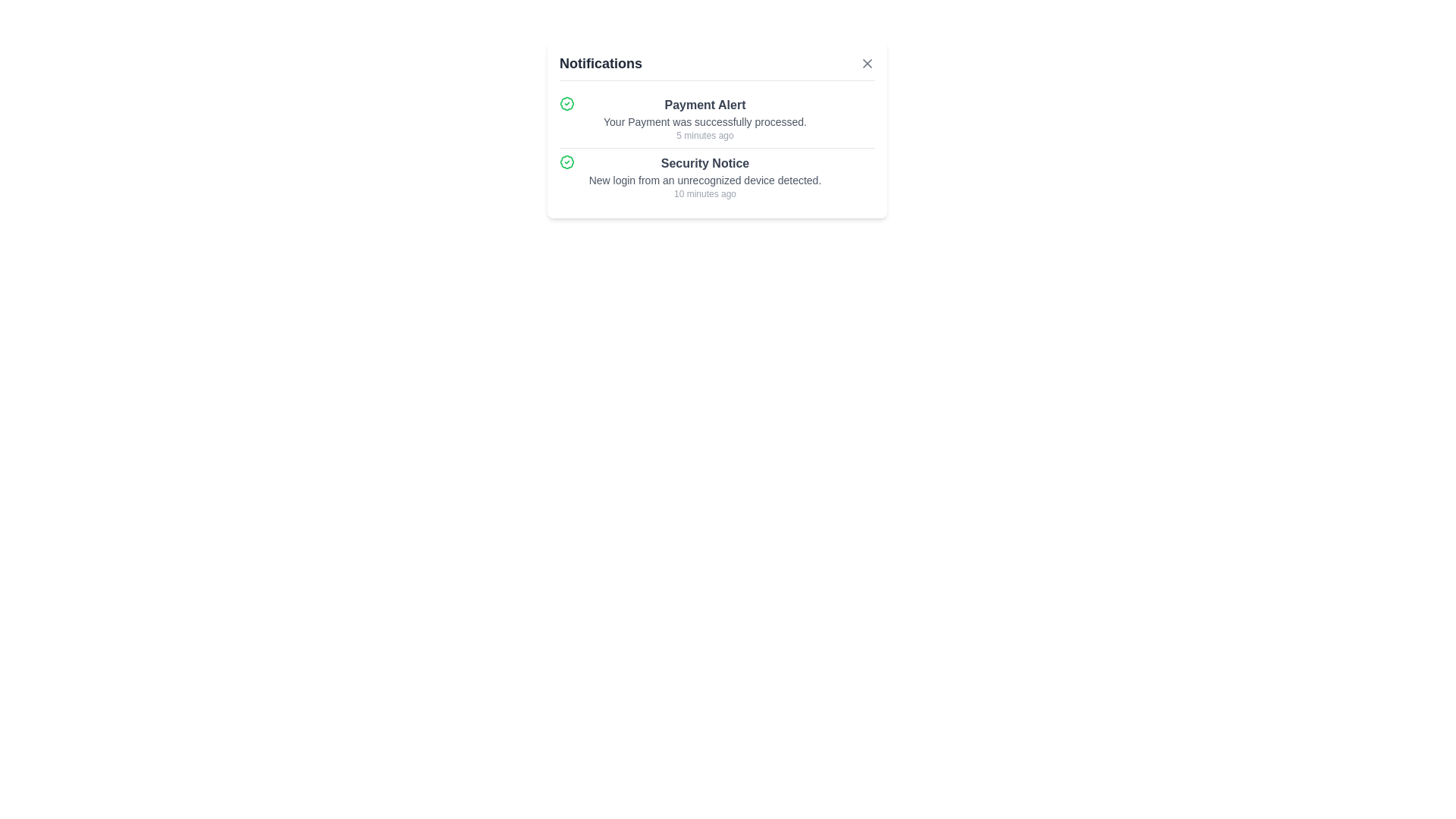 The height and width of the screenshot is (819, 1456). What do you see at coordinates (704, 180) in the screenshot?
I see `supplementary text that states 'New login from an unrecognized device detected.' which is located below the 'Security Notice' heading` at bounding box center [704, 180].